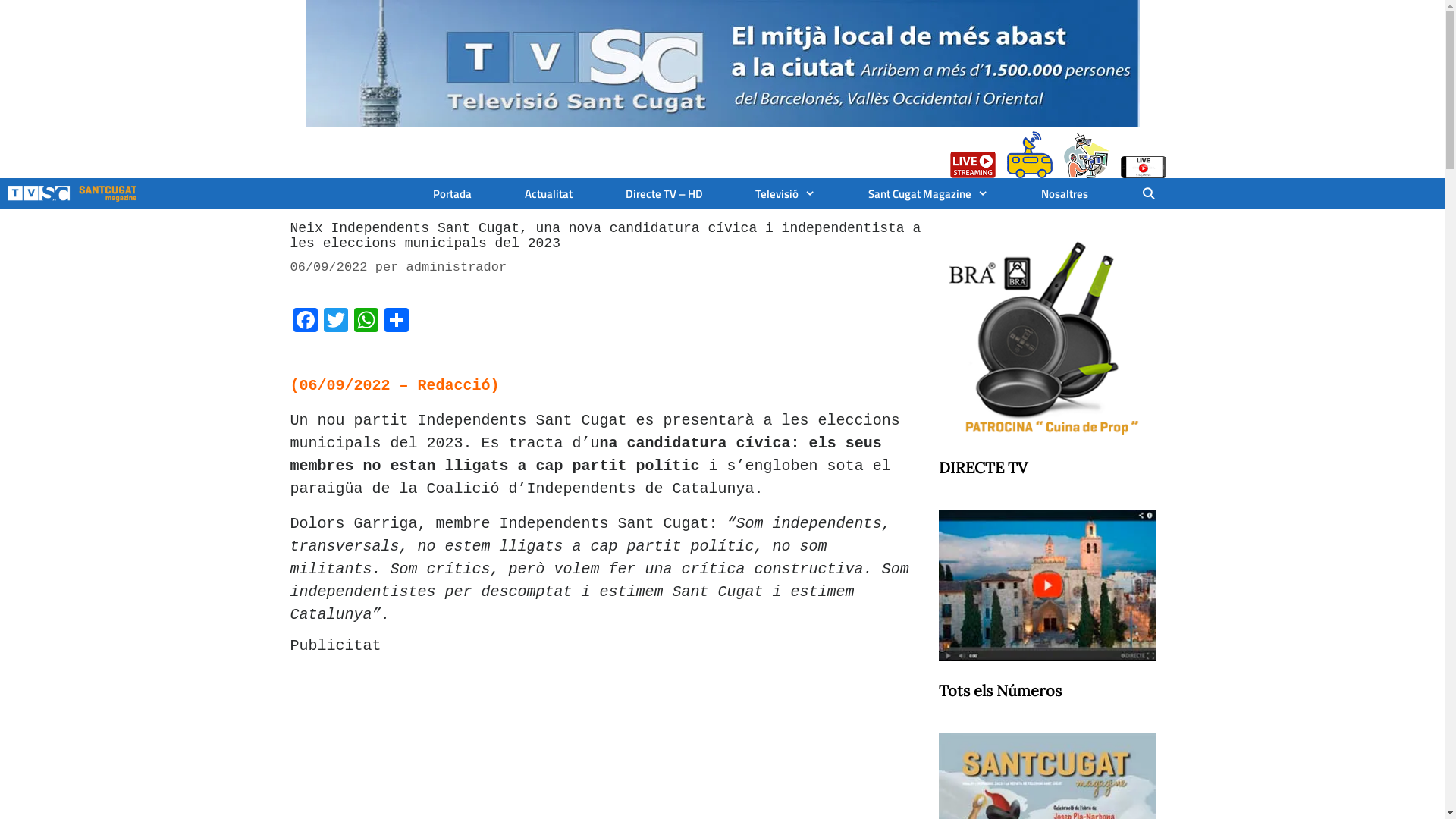 This screenshot has height=819, width=1456. I want to click on 'Actualitat', so click(548, 193).